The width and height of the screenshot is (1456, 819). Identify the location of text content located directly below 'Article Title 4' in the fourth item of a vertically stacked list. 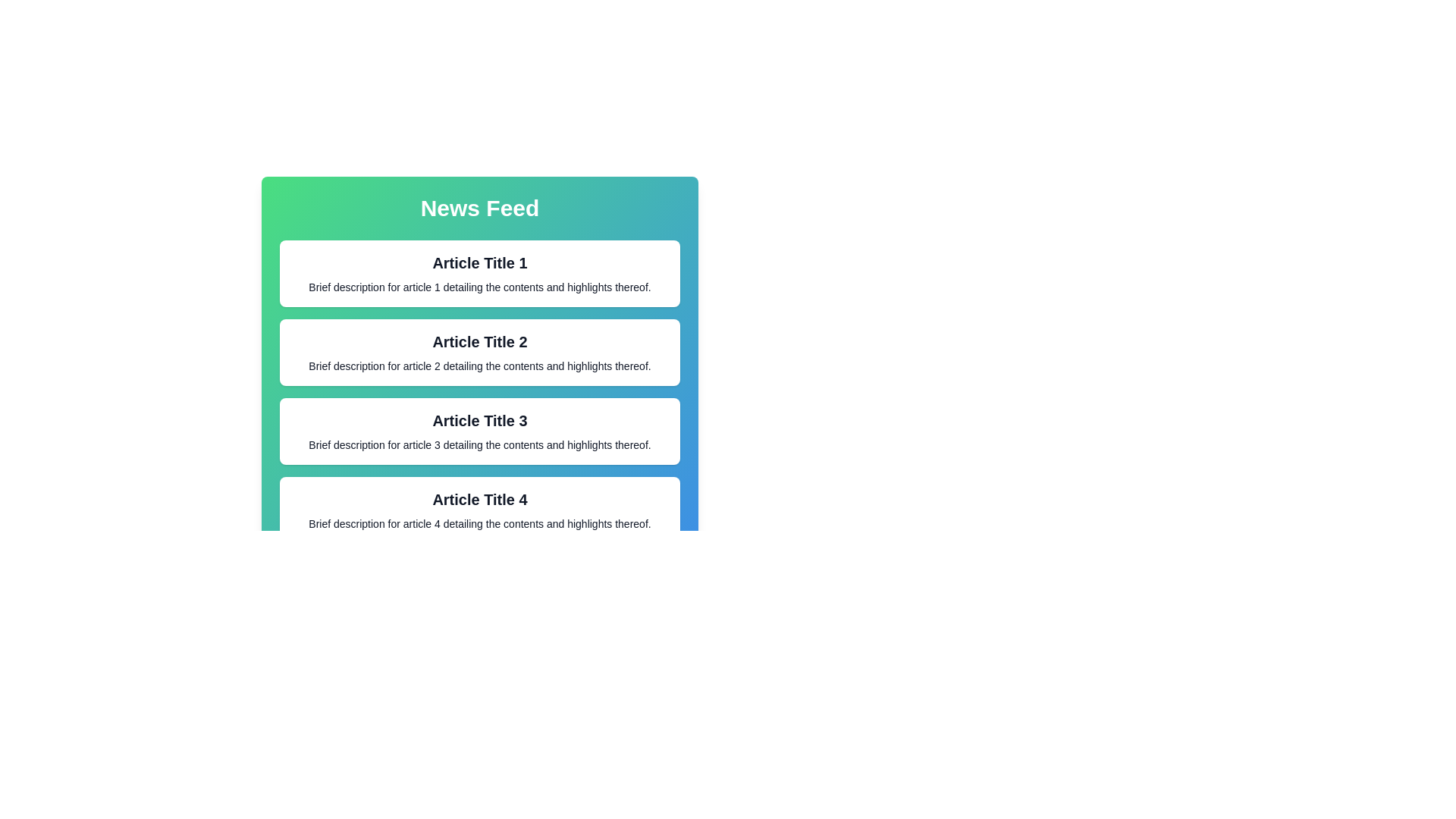
(479, 522).